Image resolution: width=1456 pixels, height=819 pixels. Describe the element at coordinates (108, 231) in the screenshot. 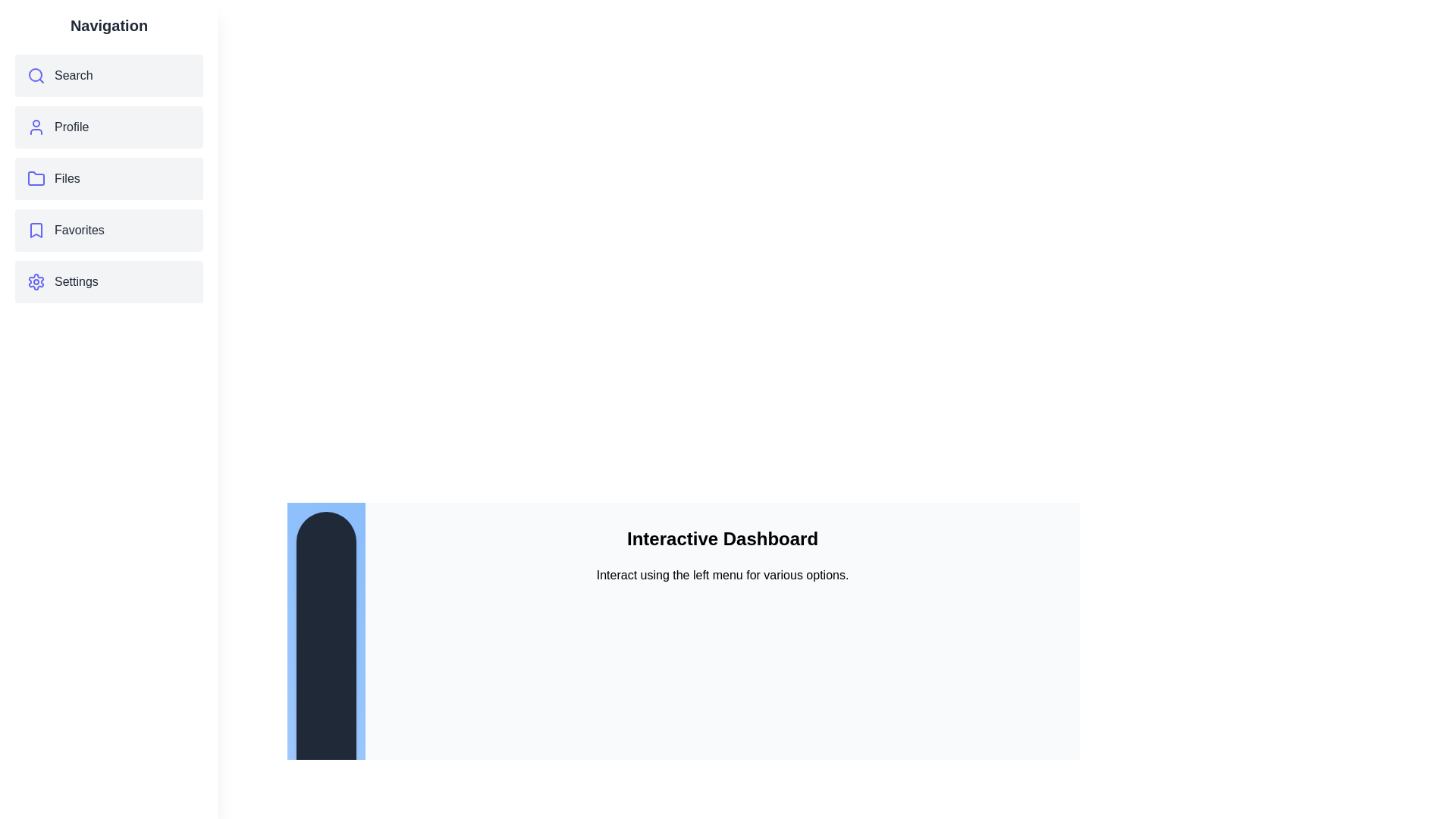

I see `the menu item Favorites to observe its hover effect` at that location.